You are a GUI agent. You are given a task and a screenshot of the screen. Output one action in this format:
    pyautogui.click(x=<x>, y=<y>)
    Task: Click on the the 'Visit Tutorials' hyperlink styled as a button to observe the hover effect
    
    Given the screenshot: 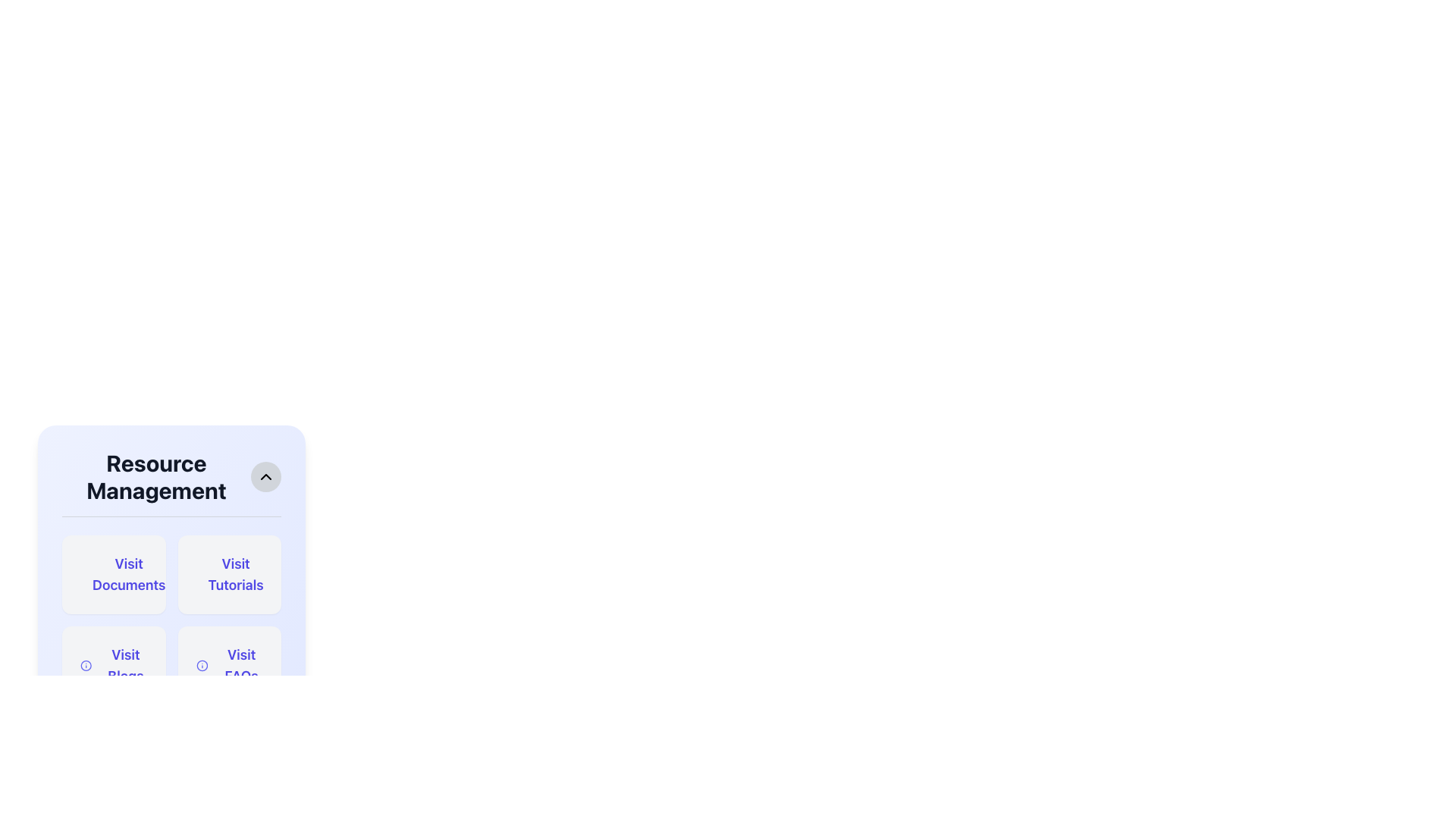 What is the action you would take?
    pyautogui.click(x=235, y=575)
    